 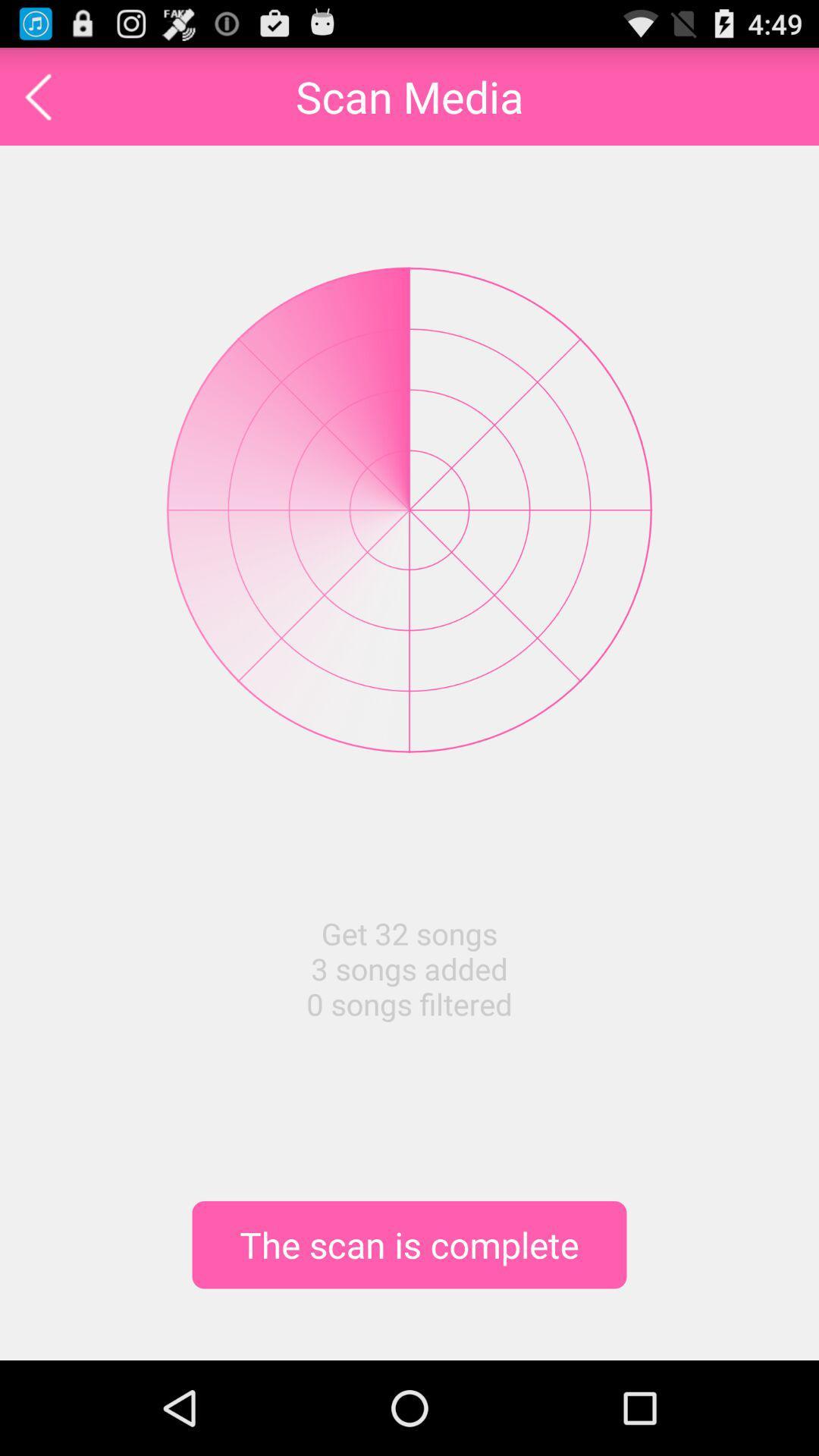 What do you see at coordinates (409, 1244) in the screenshot?
I see `app below get 32 songs` at bounding box center [409, 1244].